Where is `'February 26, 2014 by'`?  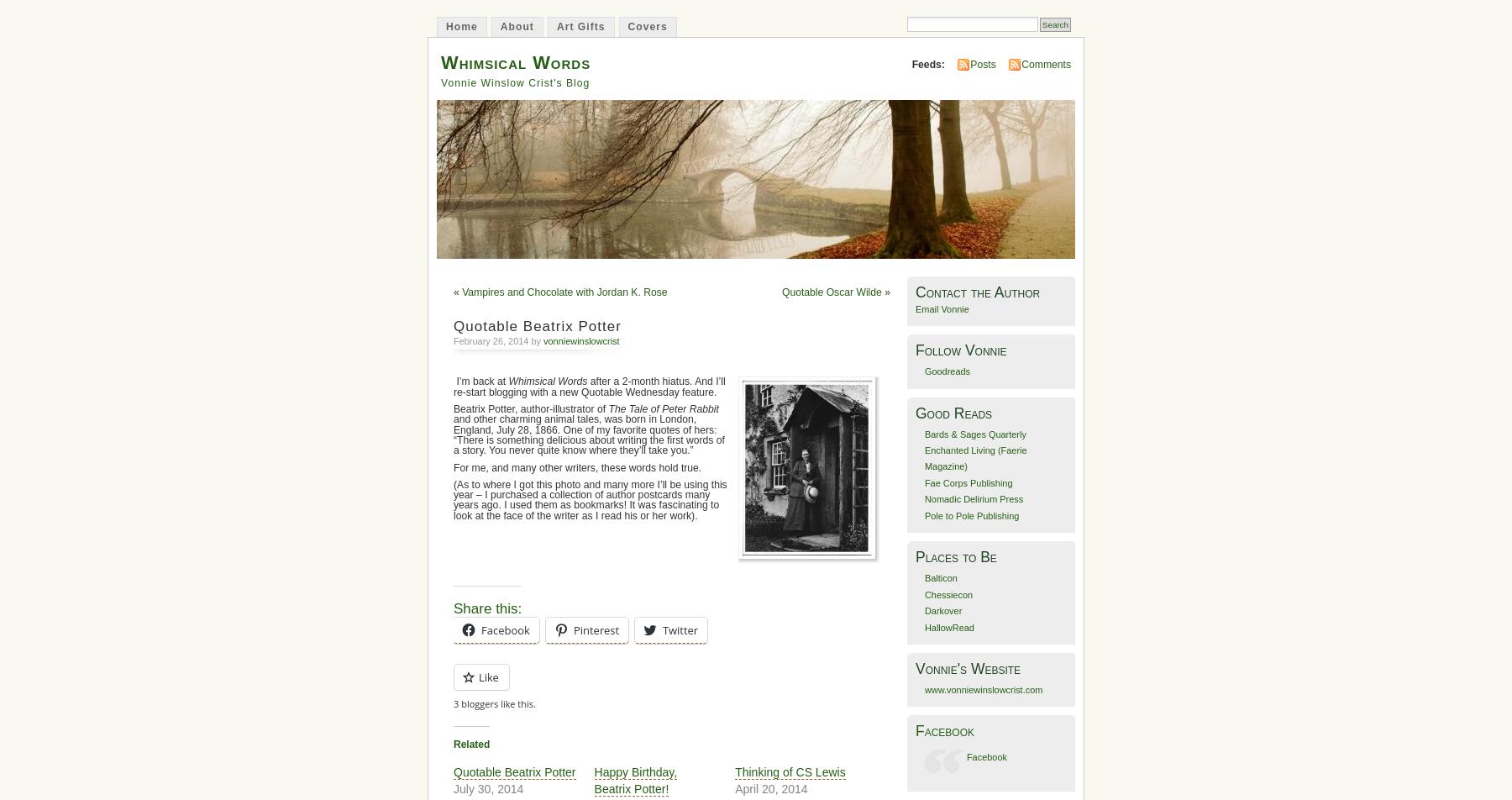 'February 26, 2014 by' is located at coordinates (453, 341).